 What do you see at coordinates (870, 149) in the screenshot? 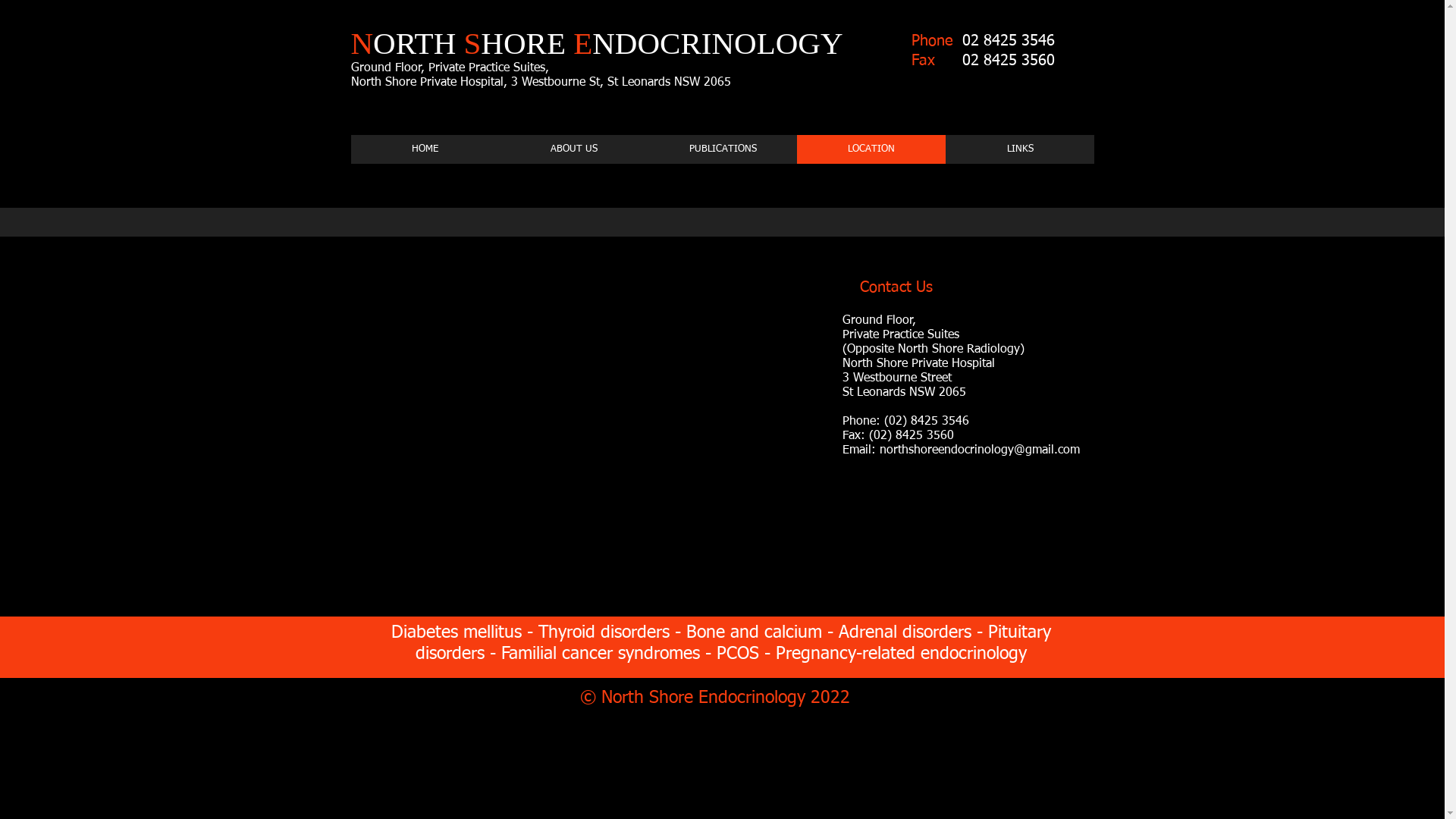
I see `'LOCATION'` at bounding box center [870, 149].